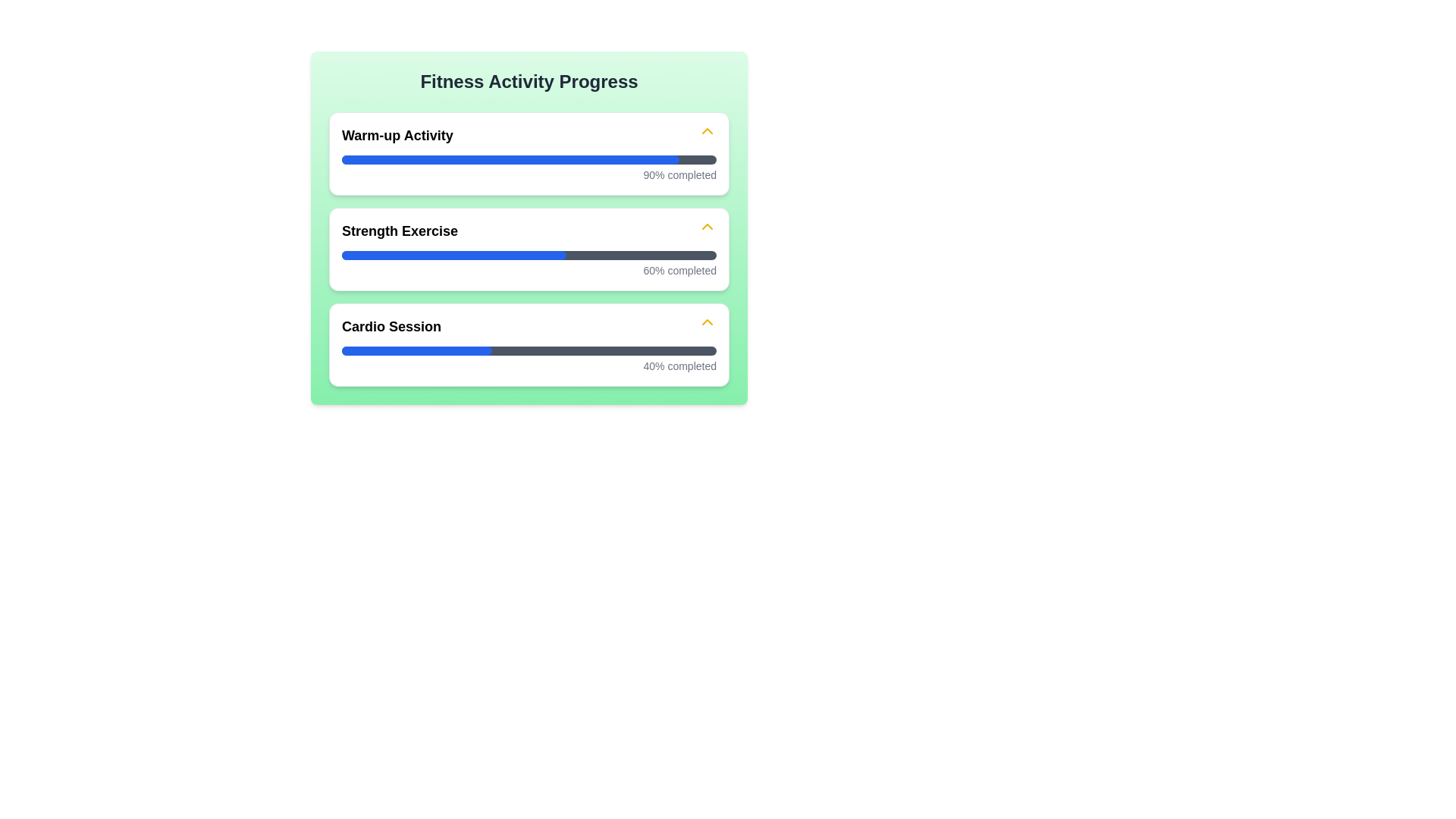 The height and width of the screenshot is (819, 1456). I want to click on the yellow upwards chevron icon located to the right of the 'Cardio Session' text, so click(706, 324).